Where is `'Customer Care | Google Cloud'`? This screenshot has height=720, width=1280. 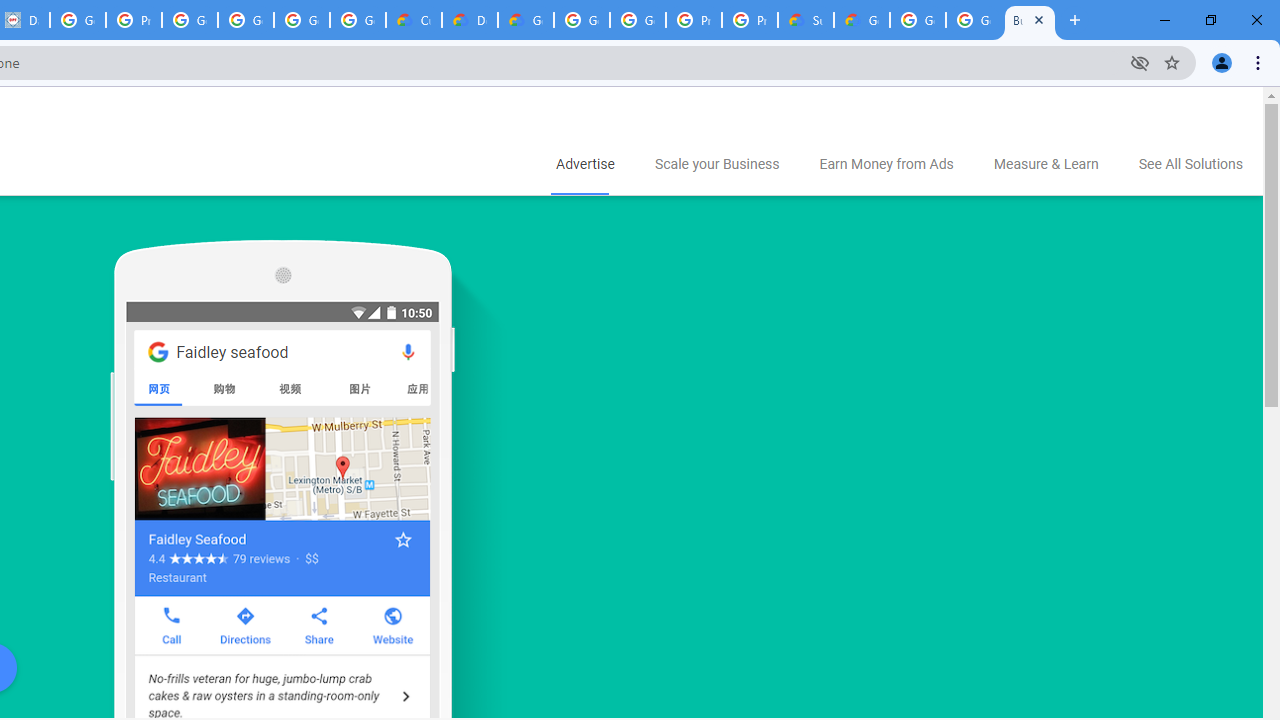
'Customer Care | Google Cloud' is located at coordinates (413, 20).